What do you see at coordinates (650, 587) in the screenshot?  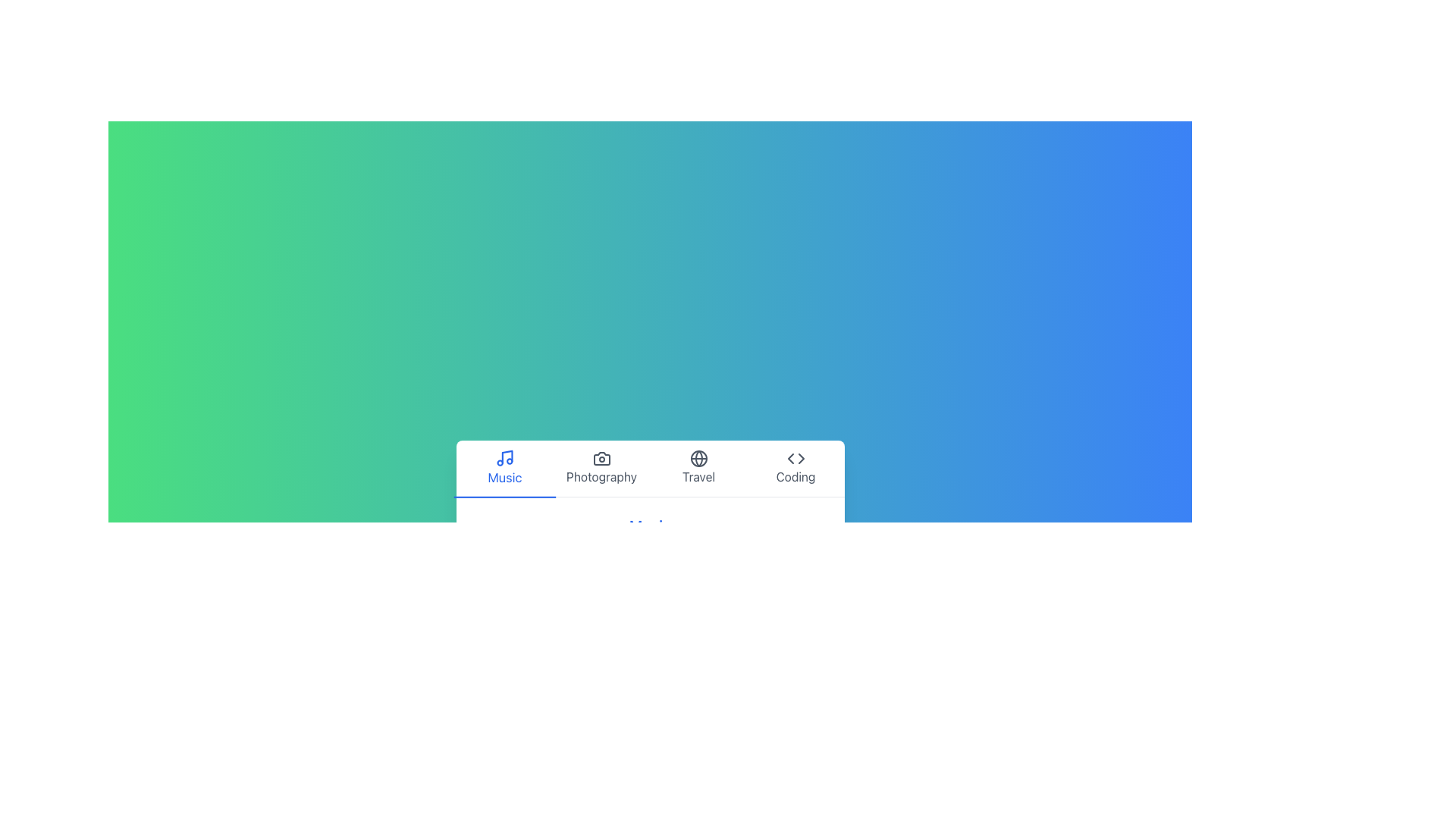 I see `the button located at the bottom of the 'Music' section, which encourages users to learn more about the content related to music` at bounding box center [650, 587].